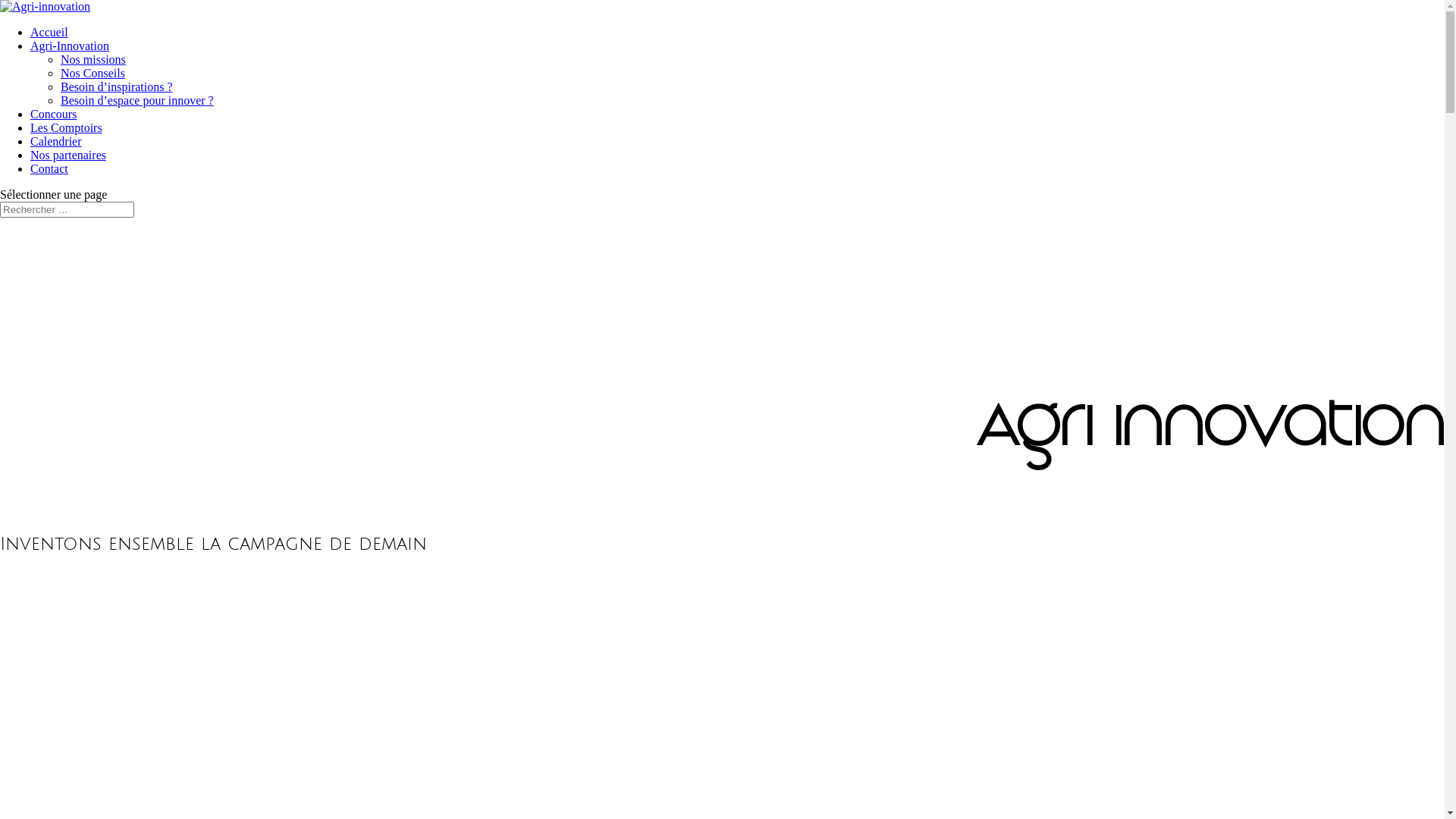  What do you see at coordinates (65, 127) in the screenshot?
I see `'Les Comptoirs'` at bounding box center [65, 127].